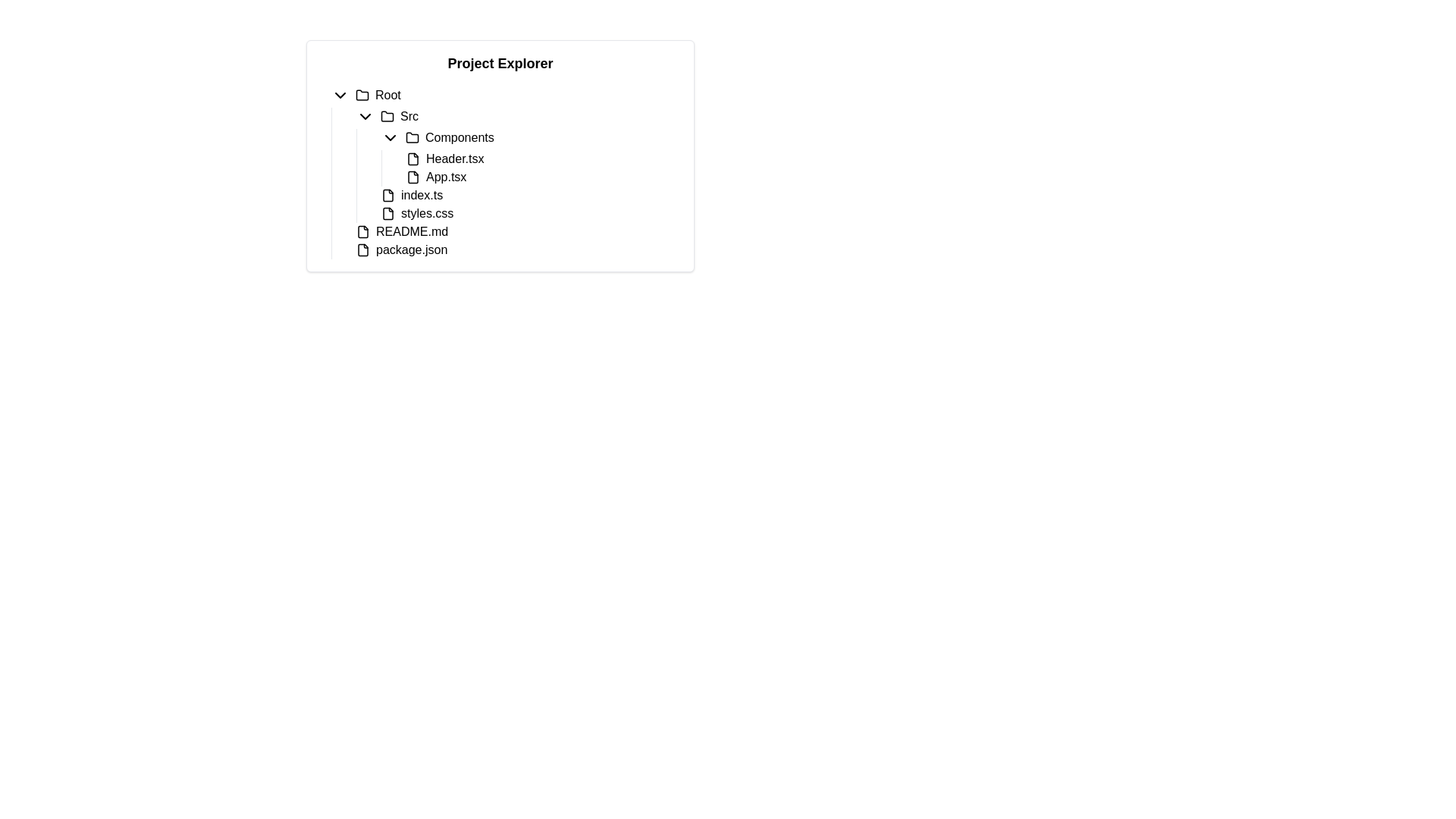 The image size is (1456, 819). Describe the element at coordinates (519, 174) in the screenshot. I see `the 'Components' folder within the 'Src' section of the Project Explorer` at that location.